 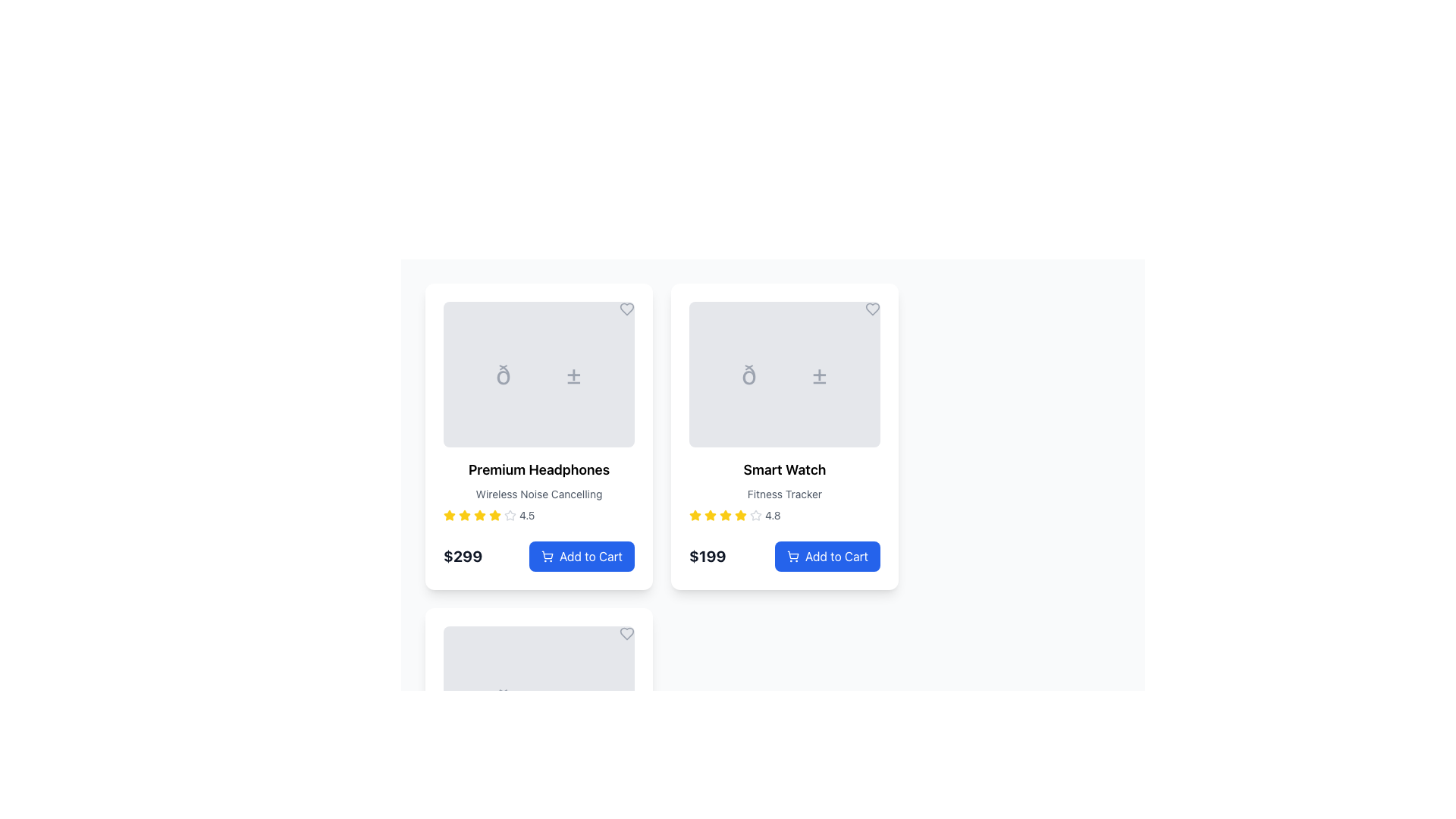 I want to click on the visual representation of the rating by clicking on the first star icon displayed below the item labeled 'Premium Headphones' in the '4.5' rating component, so click(x=449, y=514).